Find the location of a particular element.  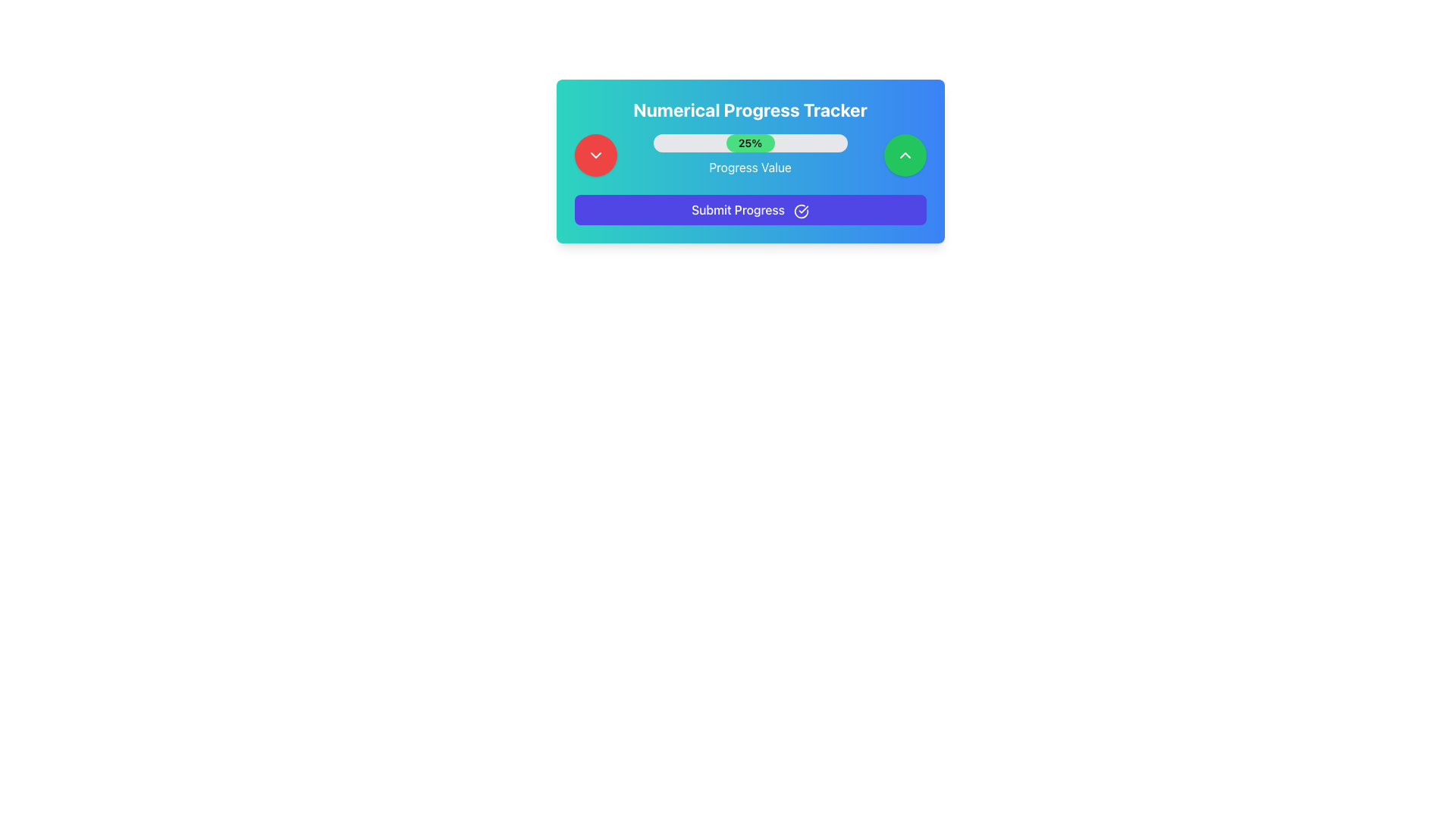

header Text Label of the Numerical Progress Tracker to gather additional information about its functionality and purpose is located at coordinates (750, 109).